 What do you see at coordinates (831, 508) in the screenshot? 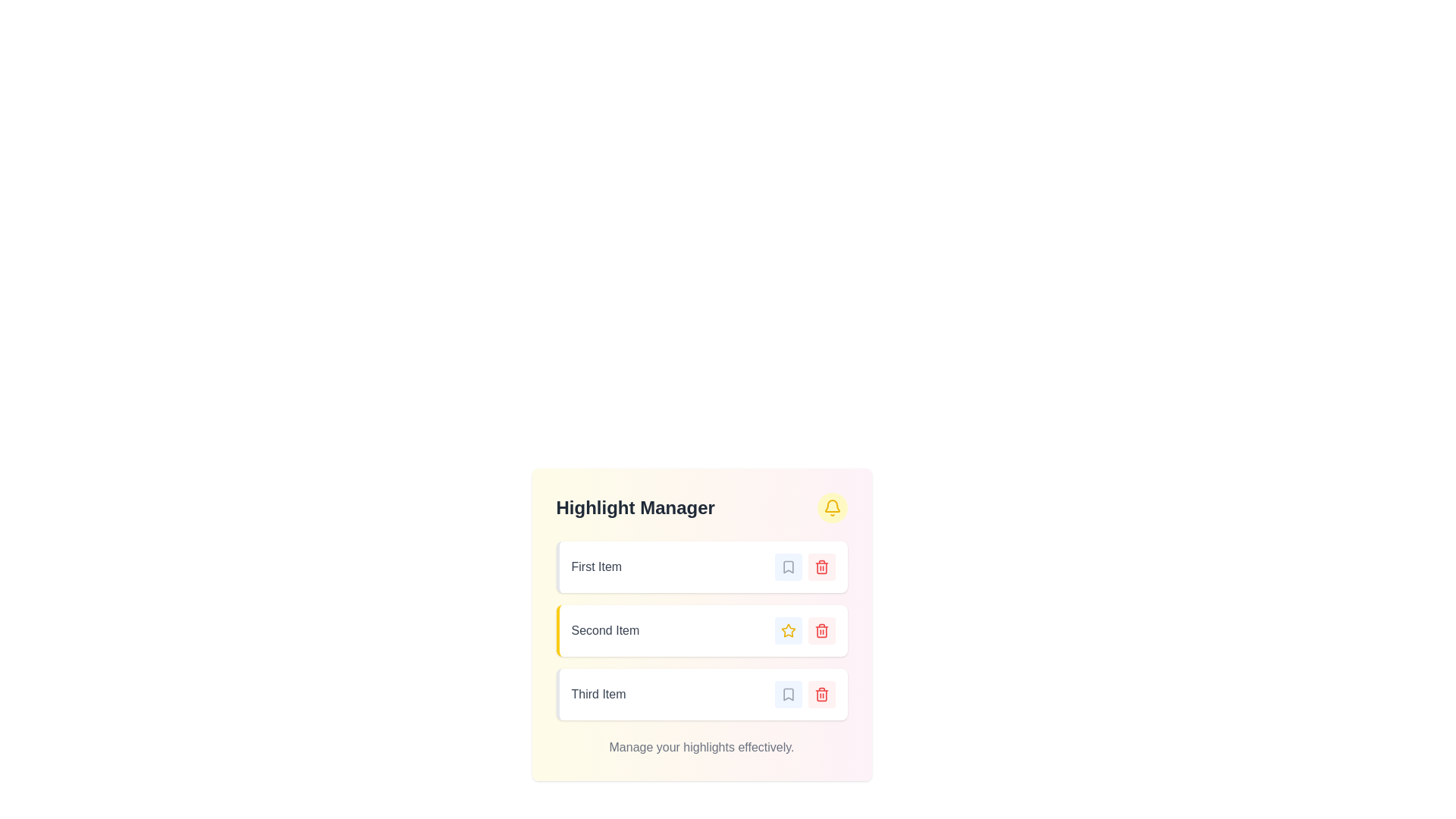
I see `the yellow bell icon located in the top-right corner of the 'Highlight Manager' card` at bounding box center [831, 508].